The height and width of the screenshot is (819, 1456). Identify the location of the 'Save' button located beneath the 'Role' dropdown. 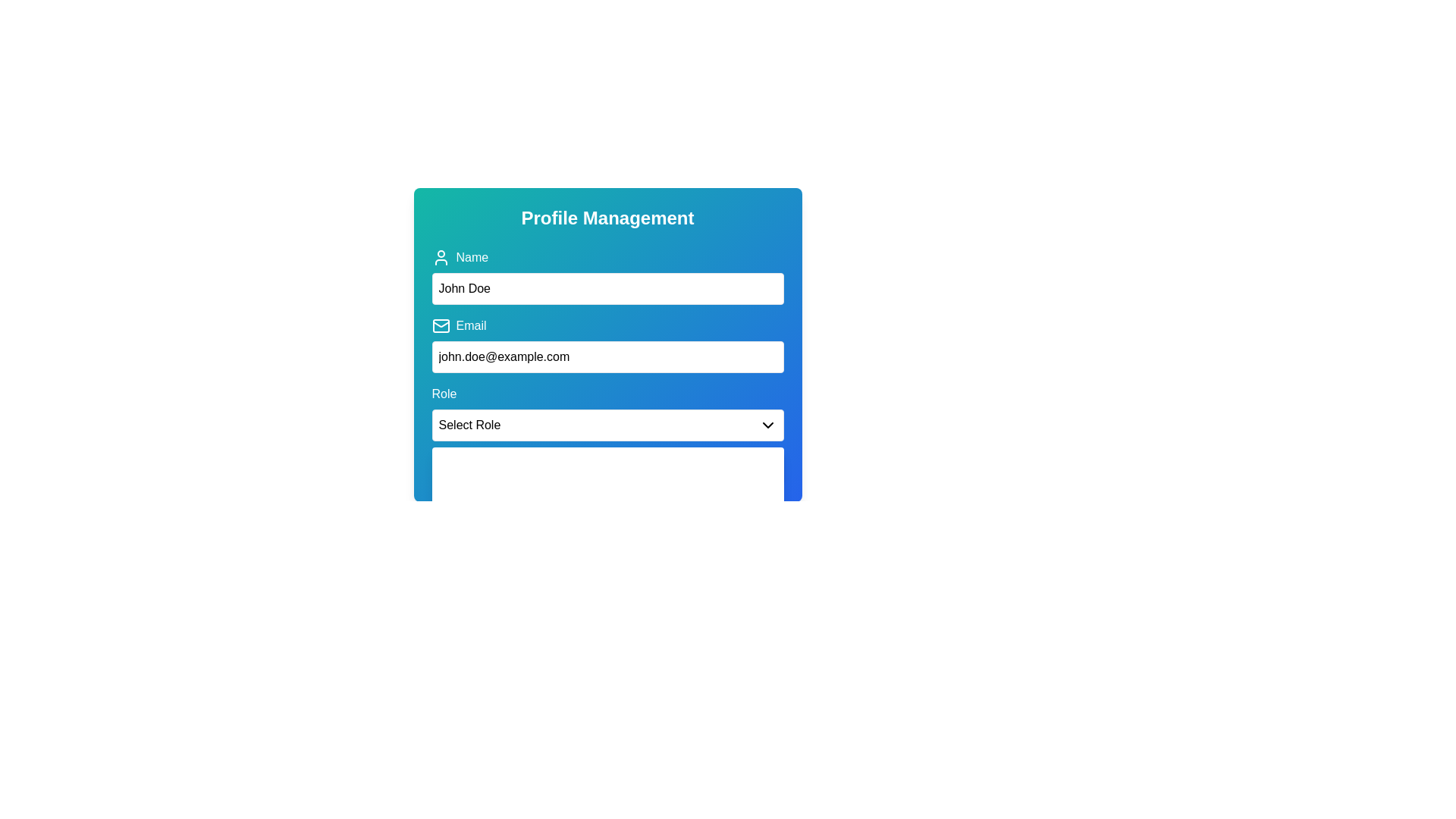
(670, 467).